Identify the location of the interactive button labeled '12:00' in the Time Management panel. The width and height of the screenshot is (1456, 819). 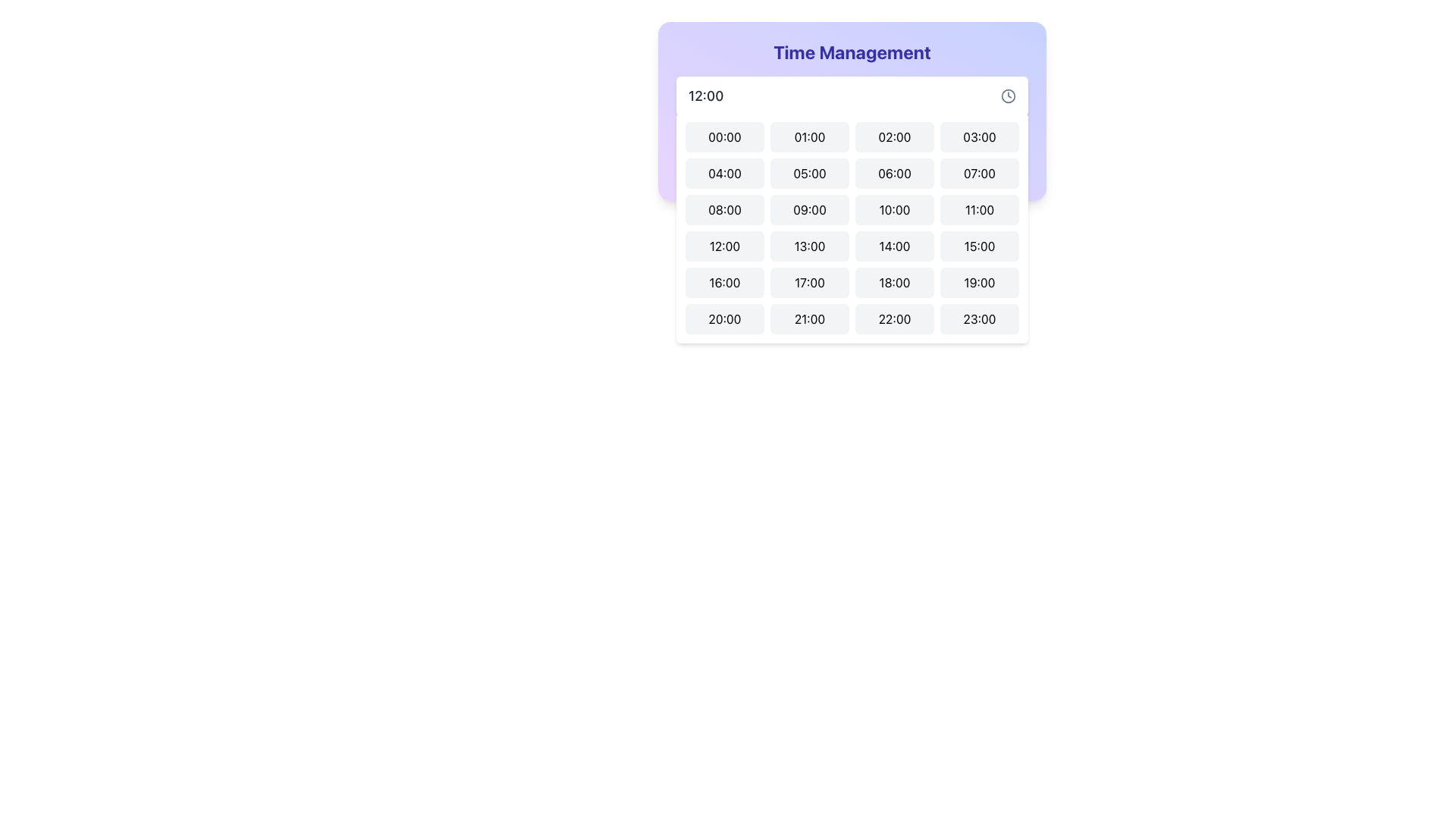
(723, 245).